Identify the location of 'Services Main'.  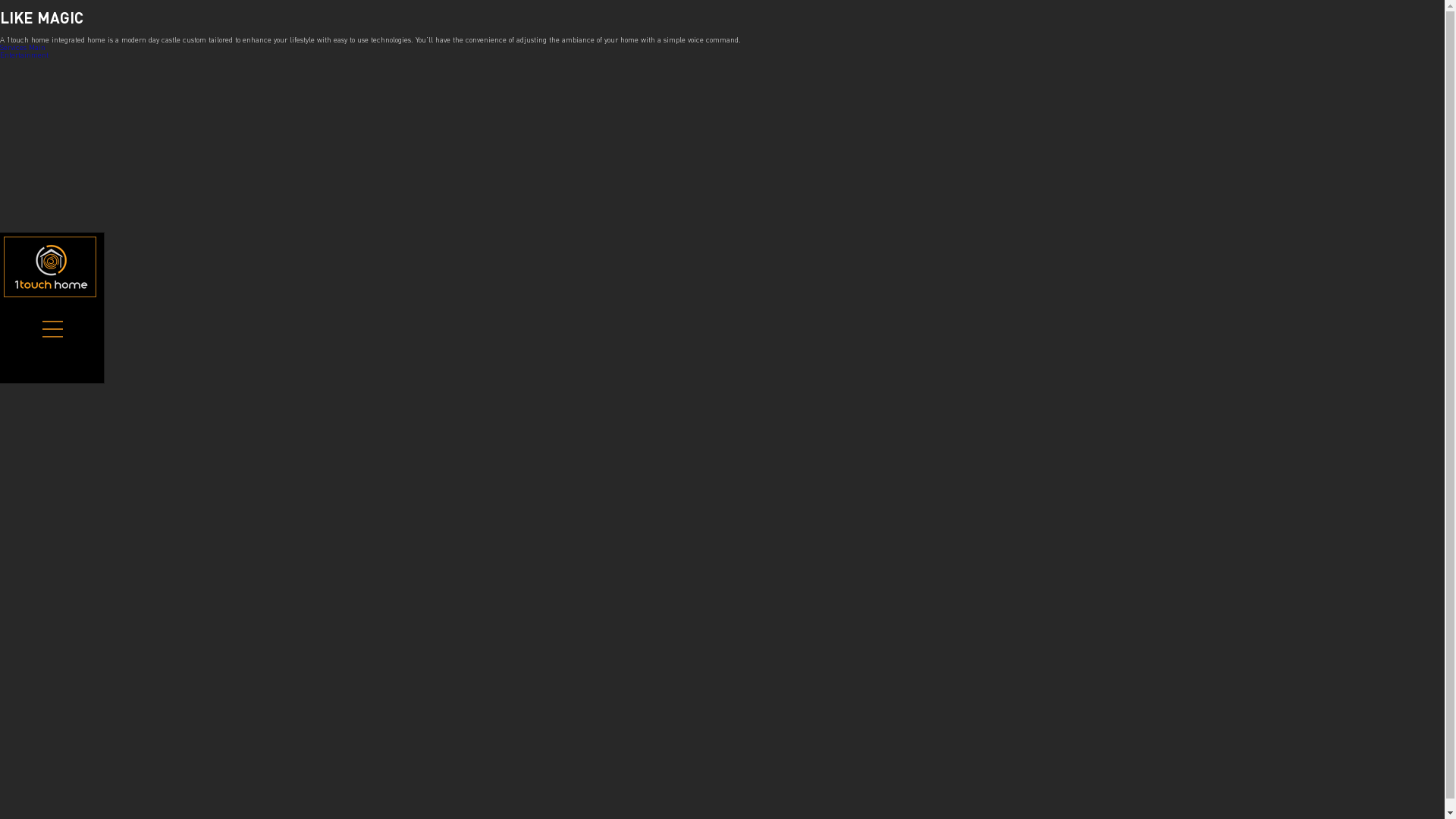
(22, 45).